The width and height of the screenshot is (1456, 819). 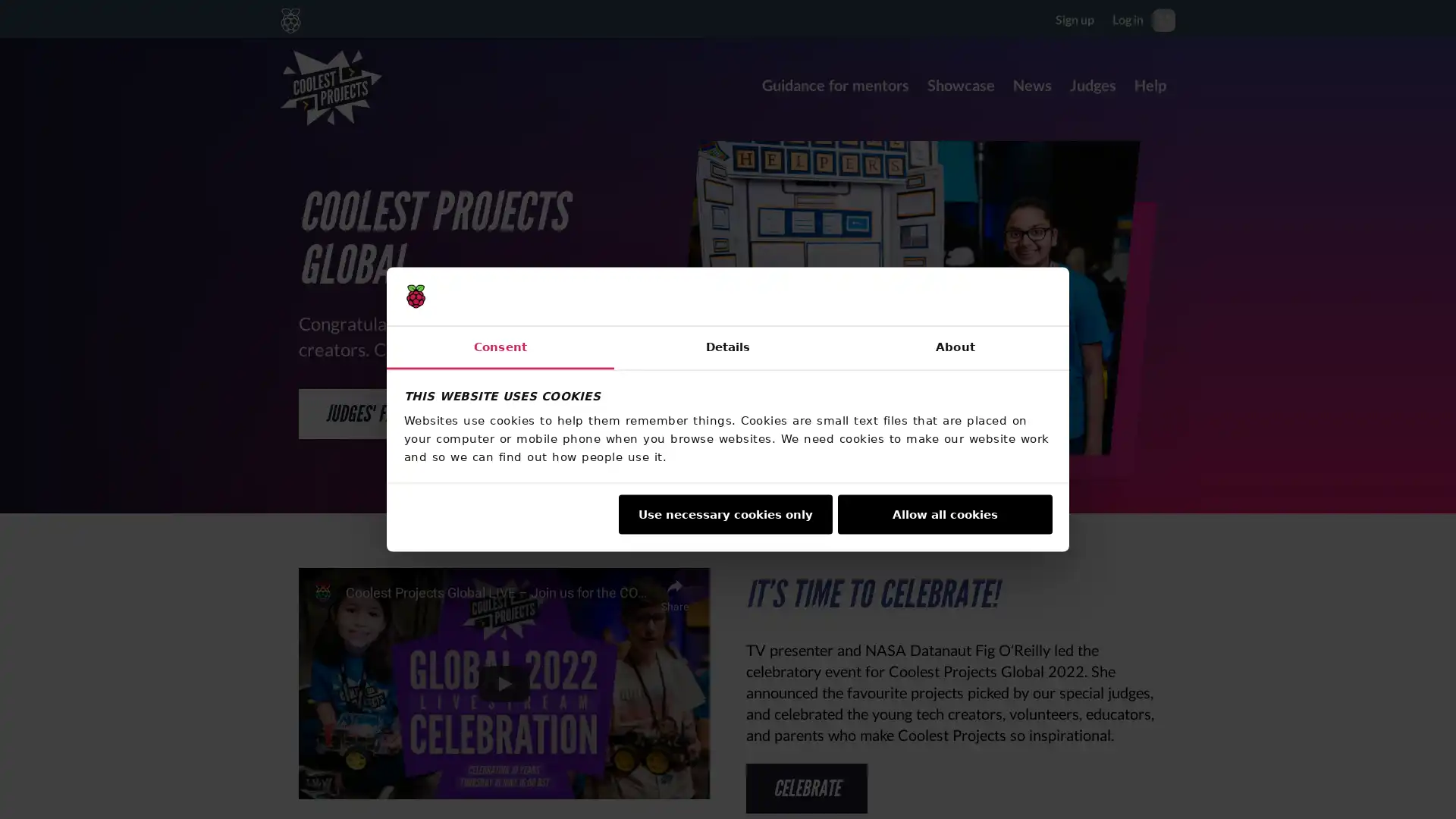 What do you see at coordinates (1074, 18) in the screenshot?
I see `Sign up` at bounding box center [1074, 18].